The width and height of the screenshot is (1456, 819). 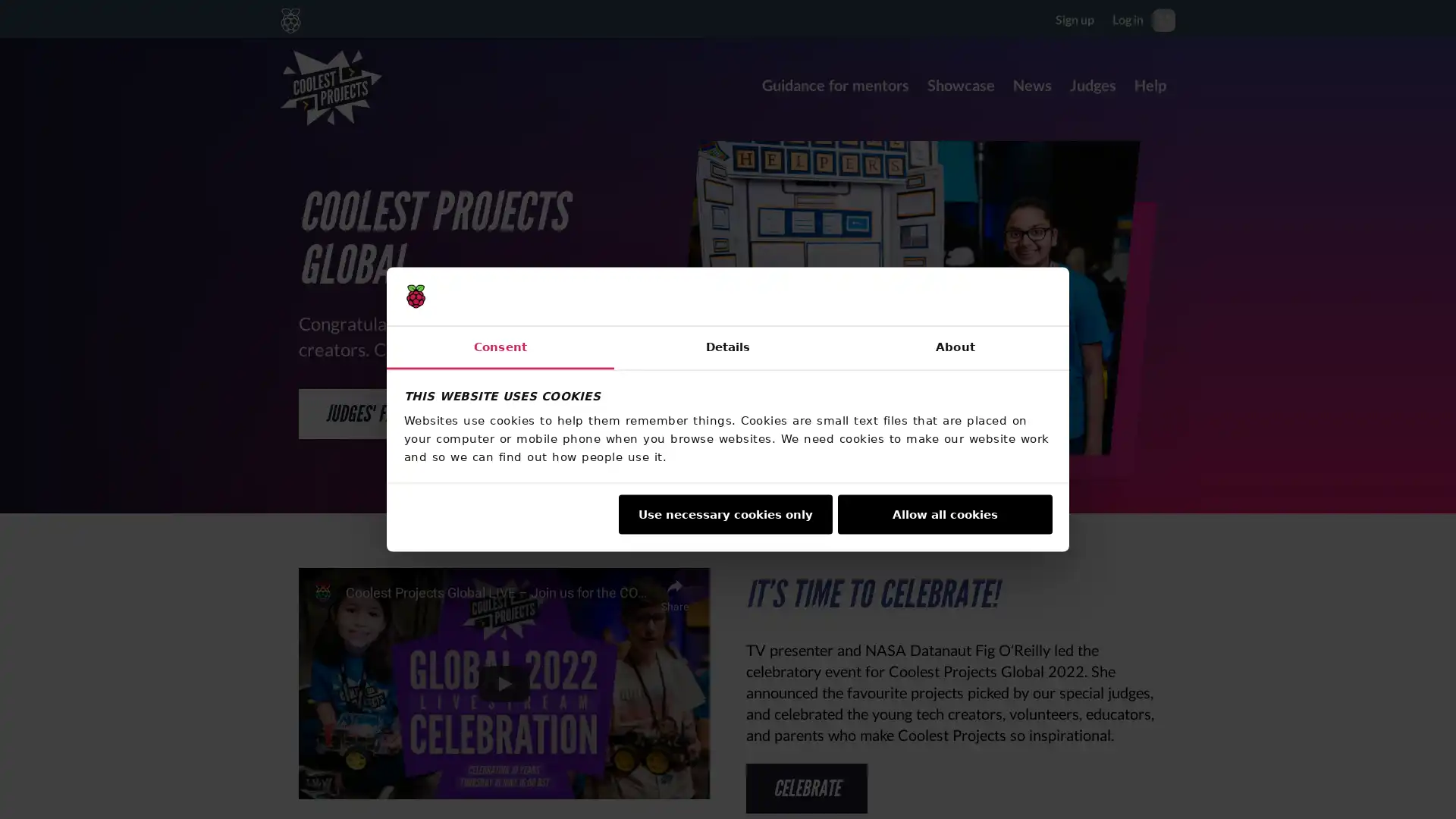 What do you see at coordinates (1074, 18) in the screenshot?
I see `Sign up` at bounding box center [1074, 18].